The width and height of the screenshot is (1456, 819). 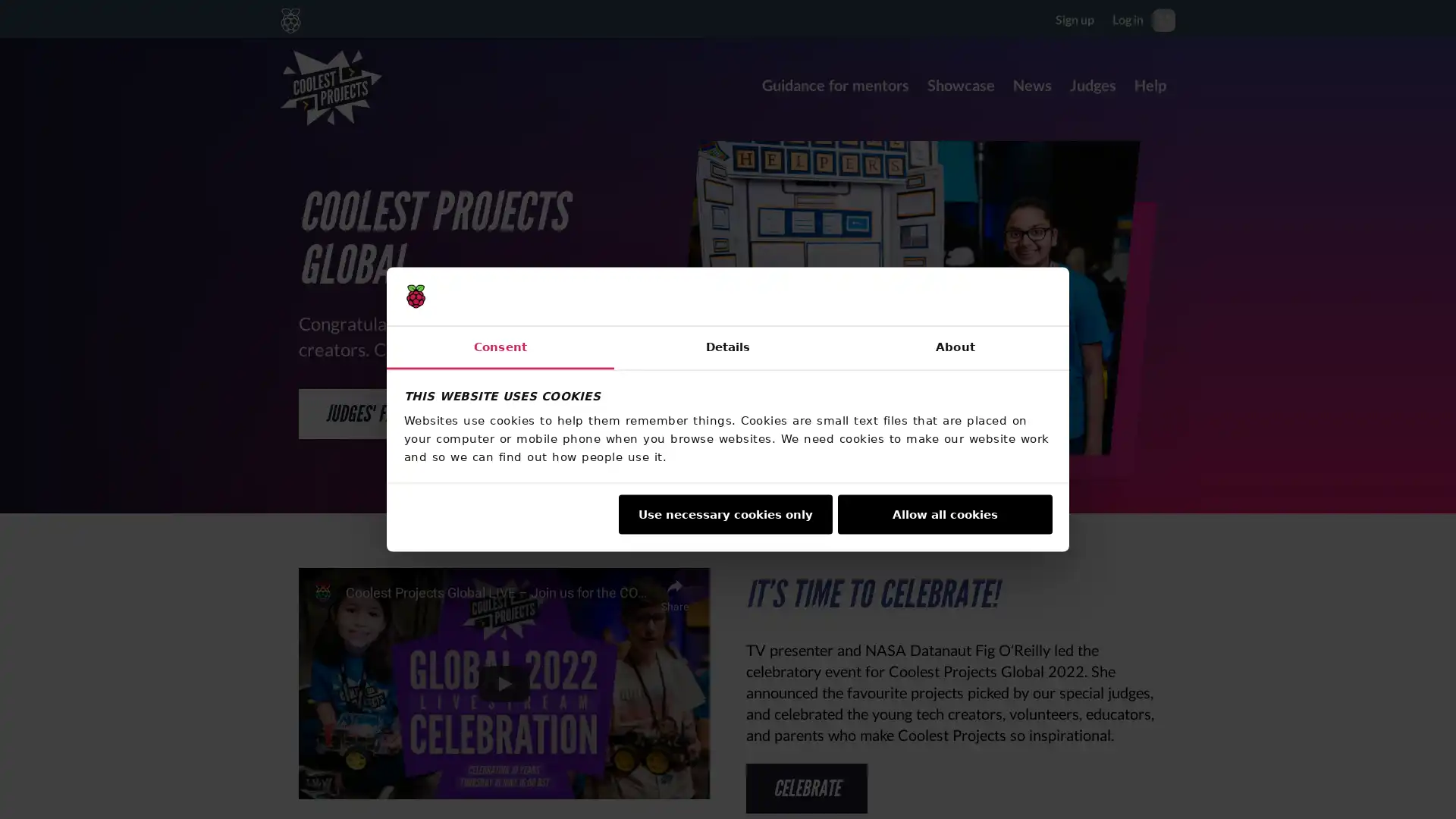 What do you see at coordinates (1074, 18) in the screenshot?
I see `Sign up` at bounding box center [1074, 18].